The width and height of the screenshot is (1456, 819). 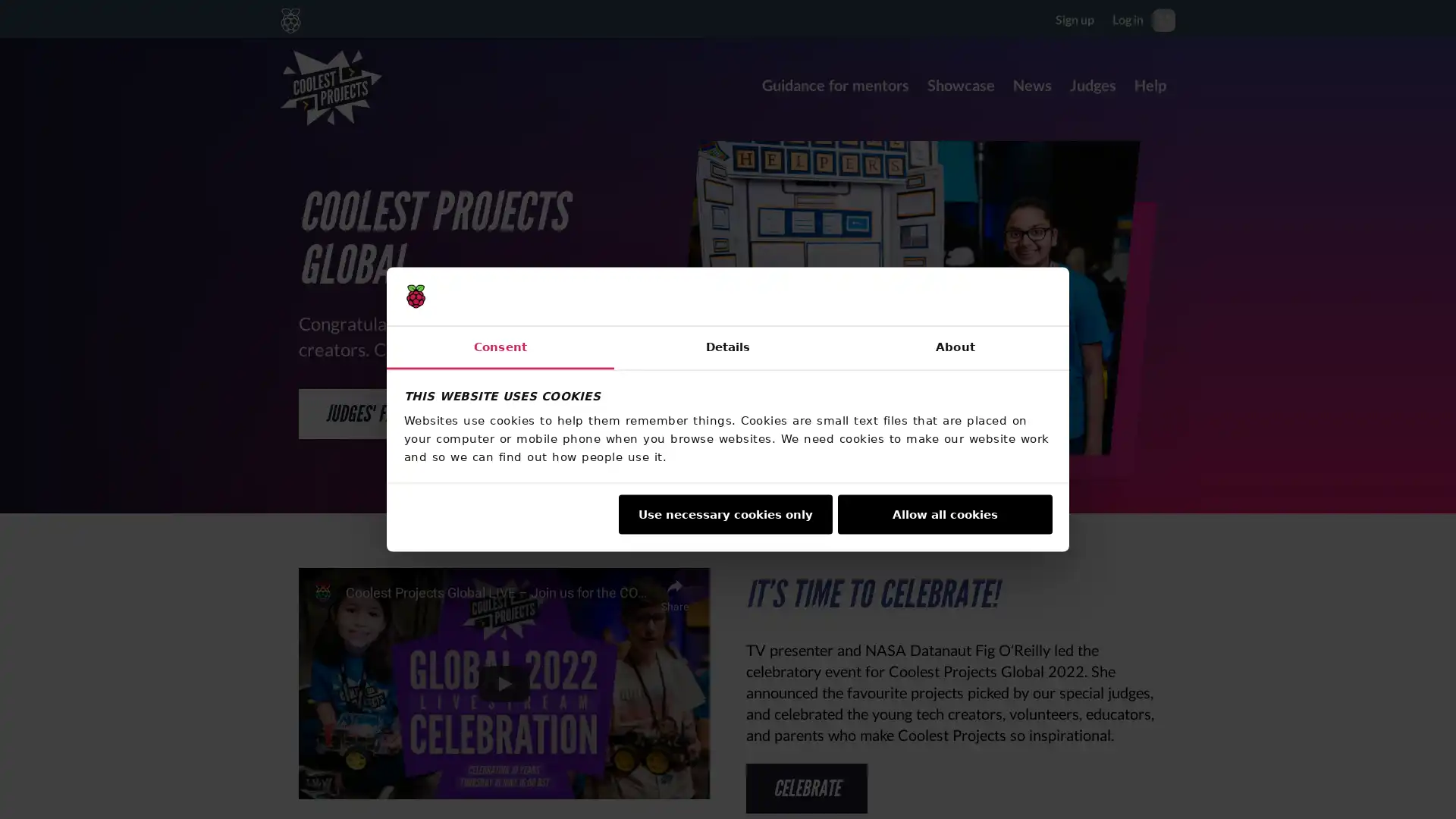 What do you see at coordinates (1074, 18) in the screenshot?
I see `Sign up` at bounding box center [1074, 18].